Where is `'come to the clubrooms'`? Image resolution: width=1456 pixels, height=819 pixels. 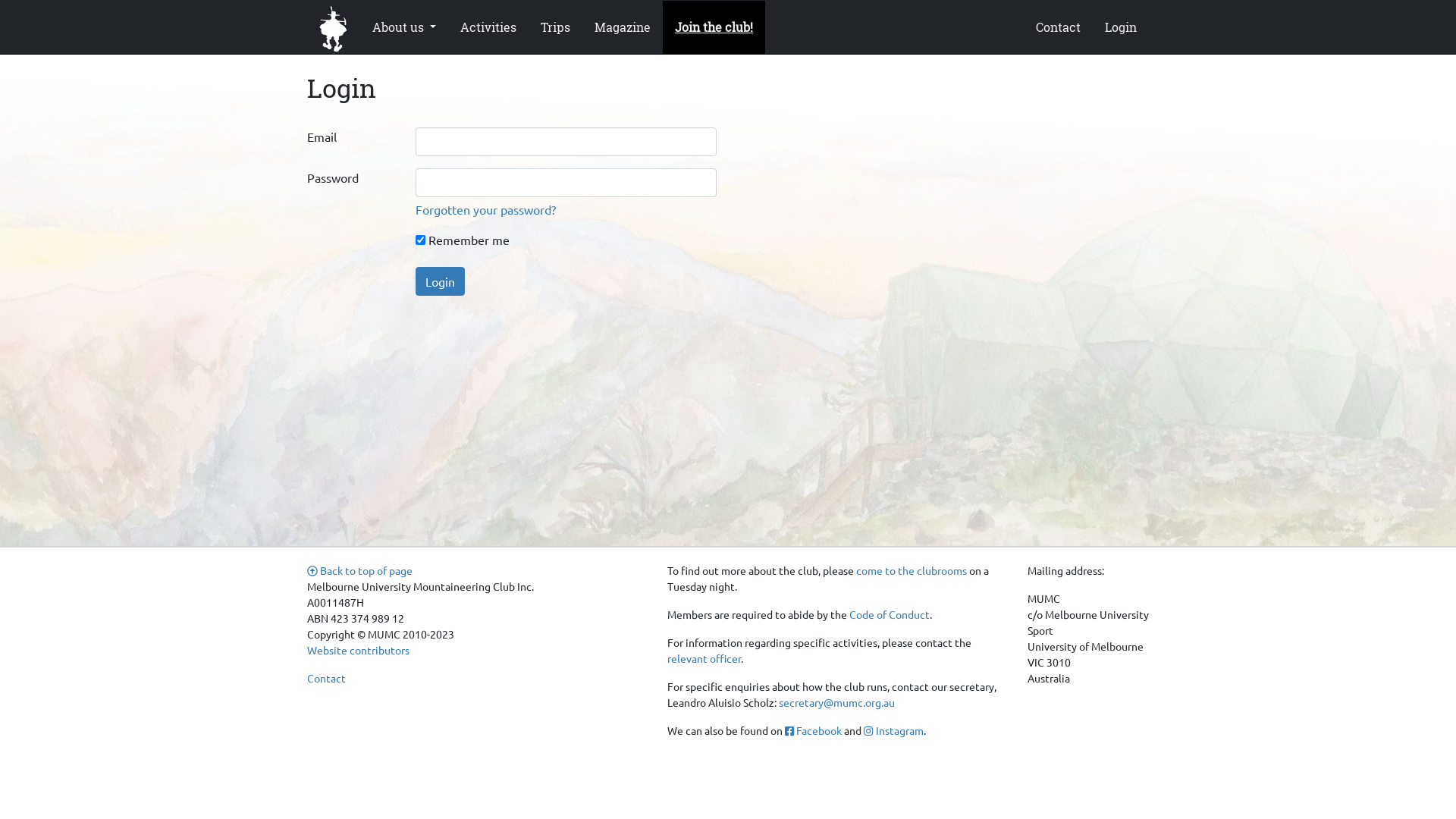 'come to the clubrooms' is located at coordinates (910, 570).